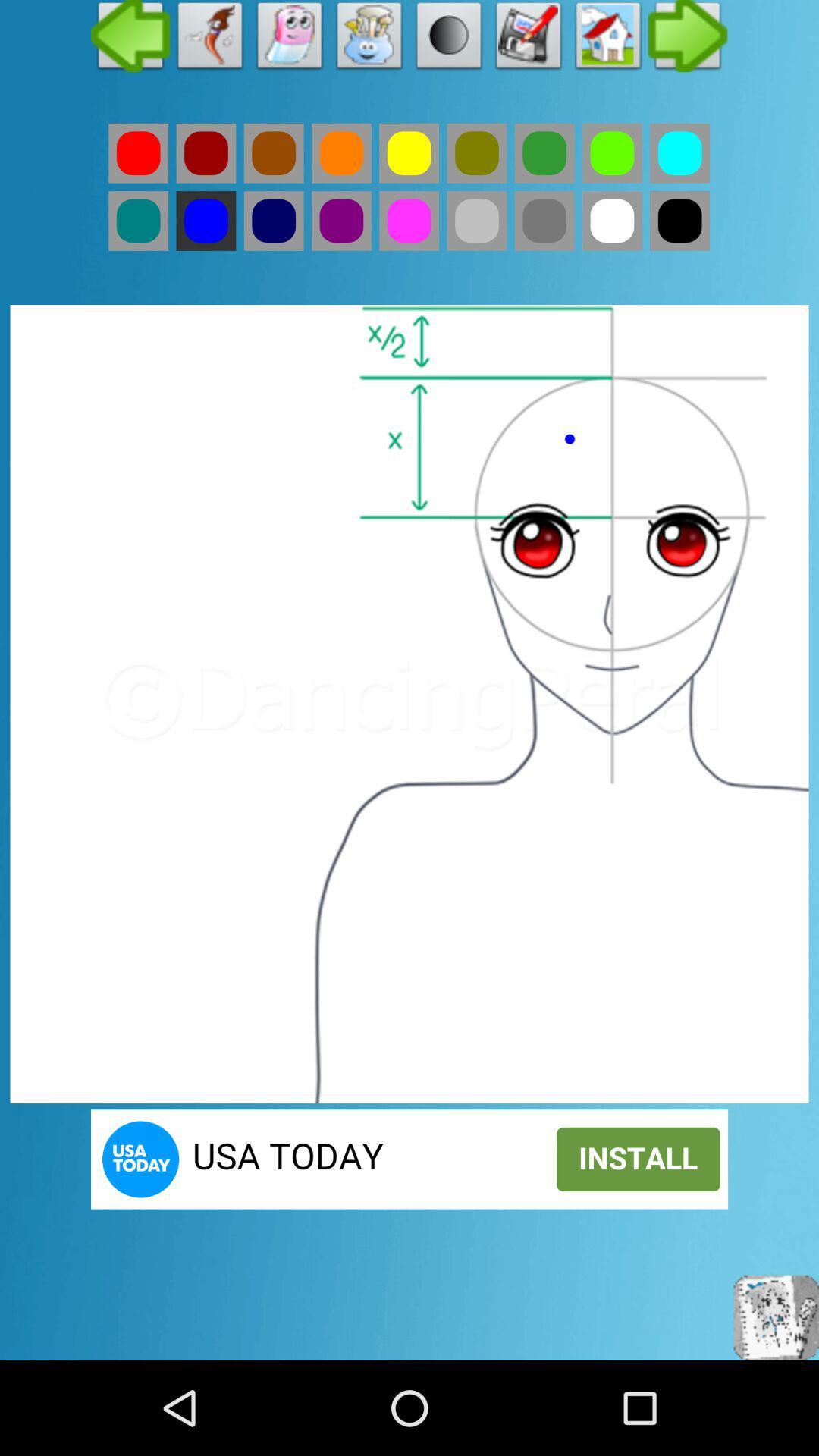  Describe the element at coordinates (528, 39) in the screenshot. I see `image` at that location.